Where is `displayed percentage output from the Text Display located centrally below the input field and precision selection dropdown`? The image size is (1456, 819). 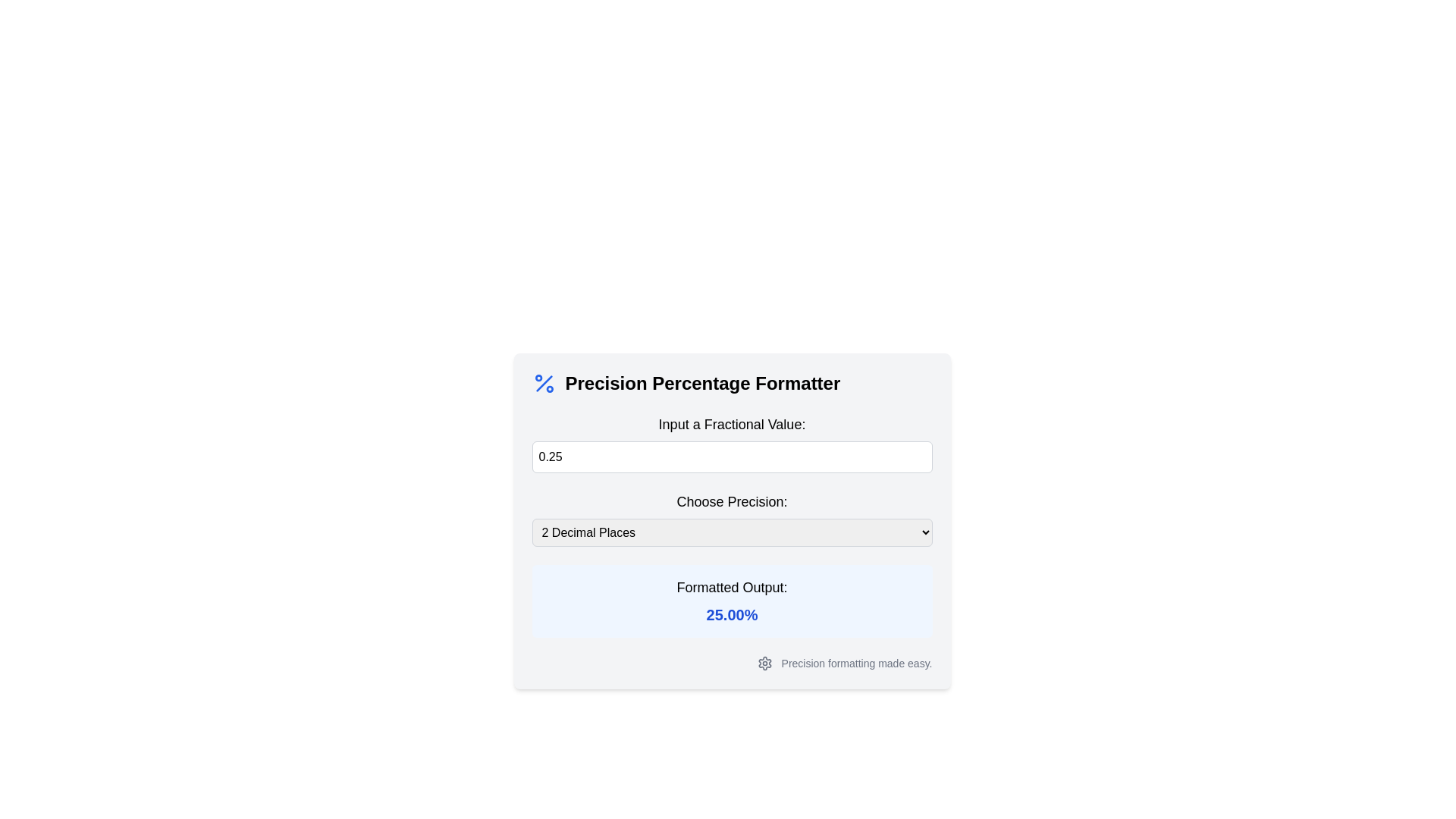 displayed percentage output from the Text Display located centrally below the input field and precision selection dropdown is located at coordinates (732, 601).